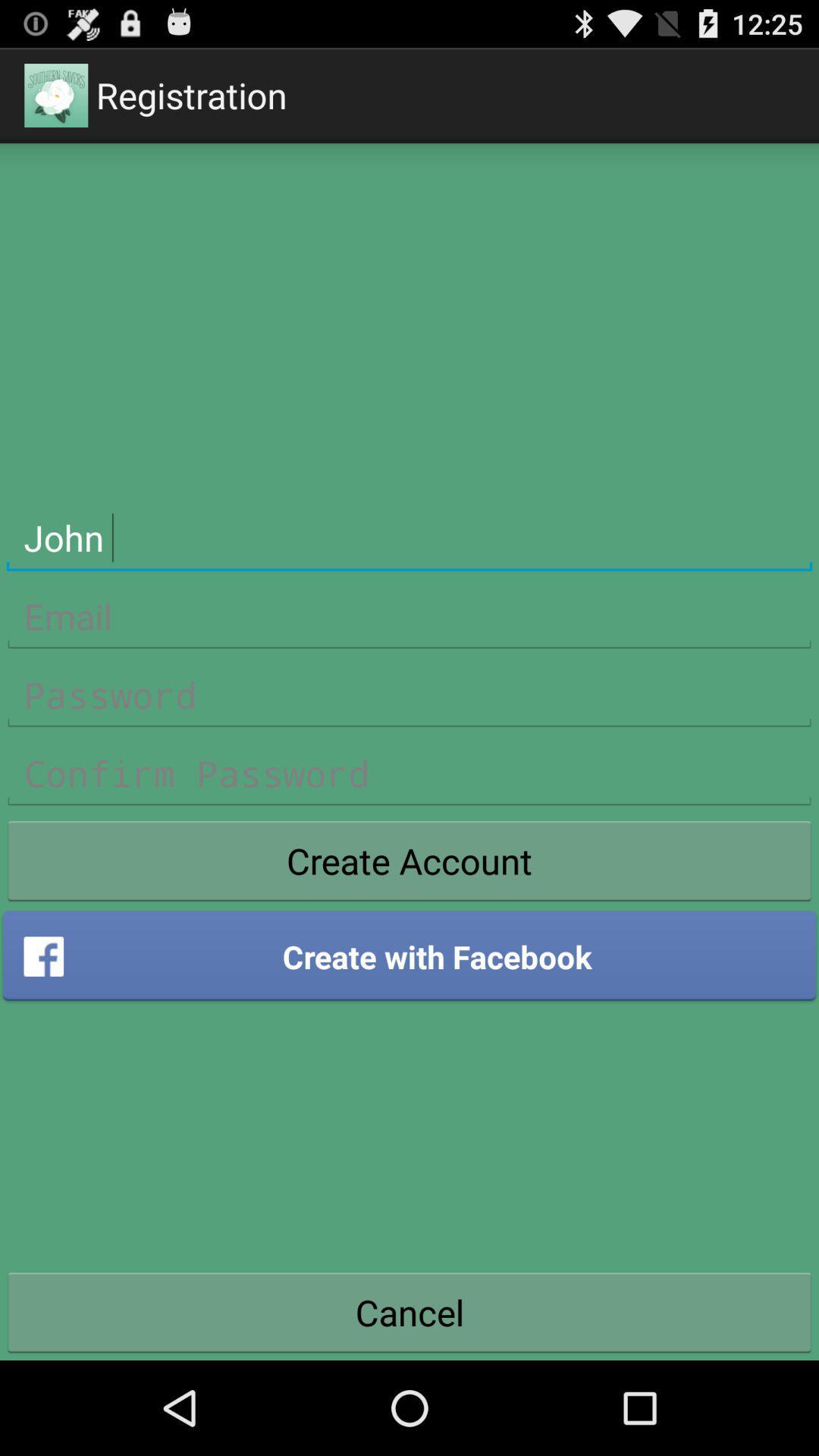 The image size is (819, 1456). I want to click on login password, so click(409, 695).